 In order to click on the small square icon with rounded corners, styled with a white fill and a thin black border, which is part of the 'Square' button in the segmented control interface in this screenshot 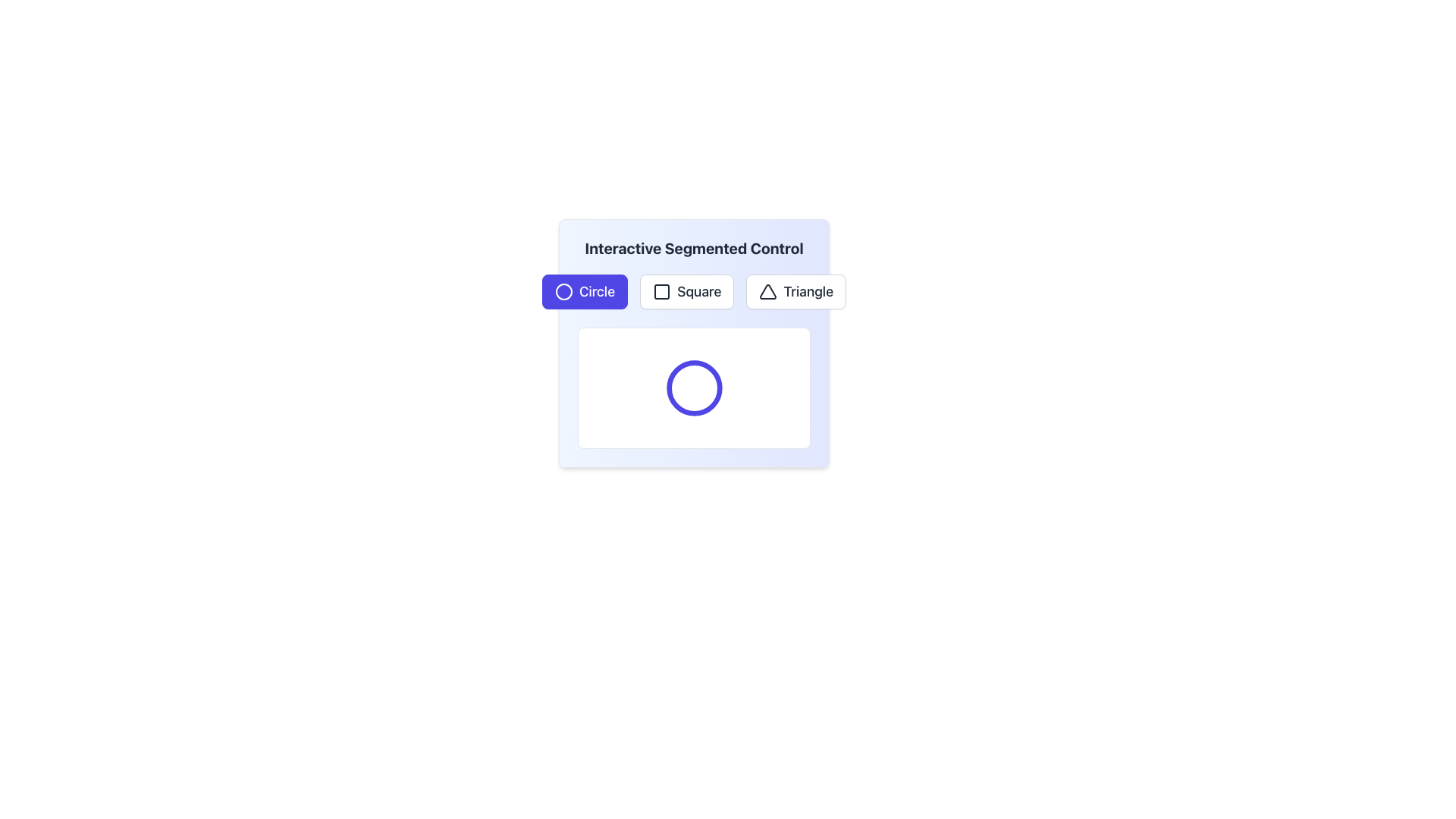, I will do `click(662, 292)`.